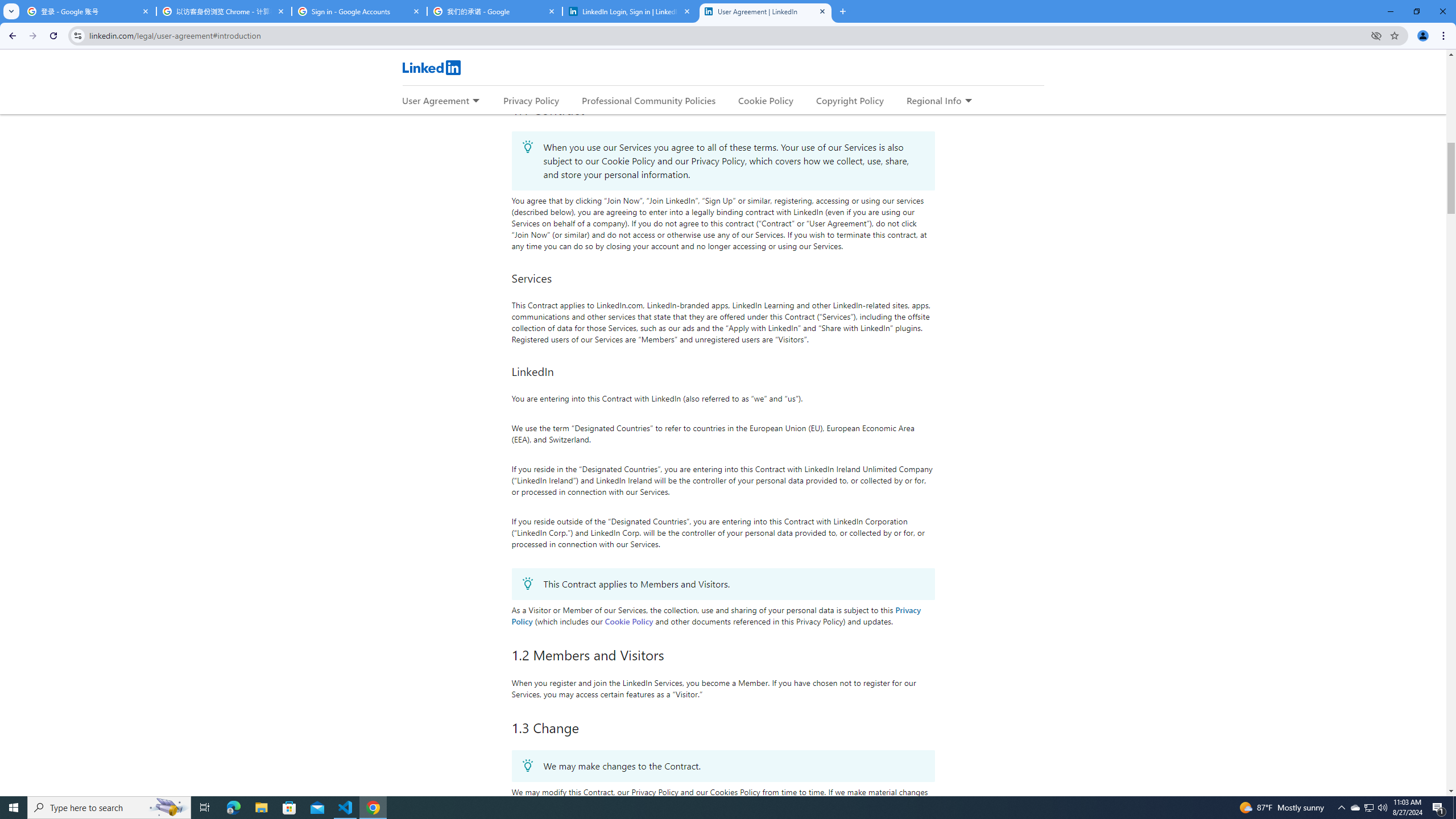 The height and width of the screenshot is (819, 1456). I want to click on 'Expand to show more links for User Agreement', so click(475, 101).